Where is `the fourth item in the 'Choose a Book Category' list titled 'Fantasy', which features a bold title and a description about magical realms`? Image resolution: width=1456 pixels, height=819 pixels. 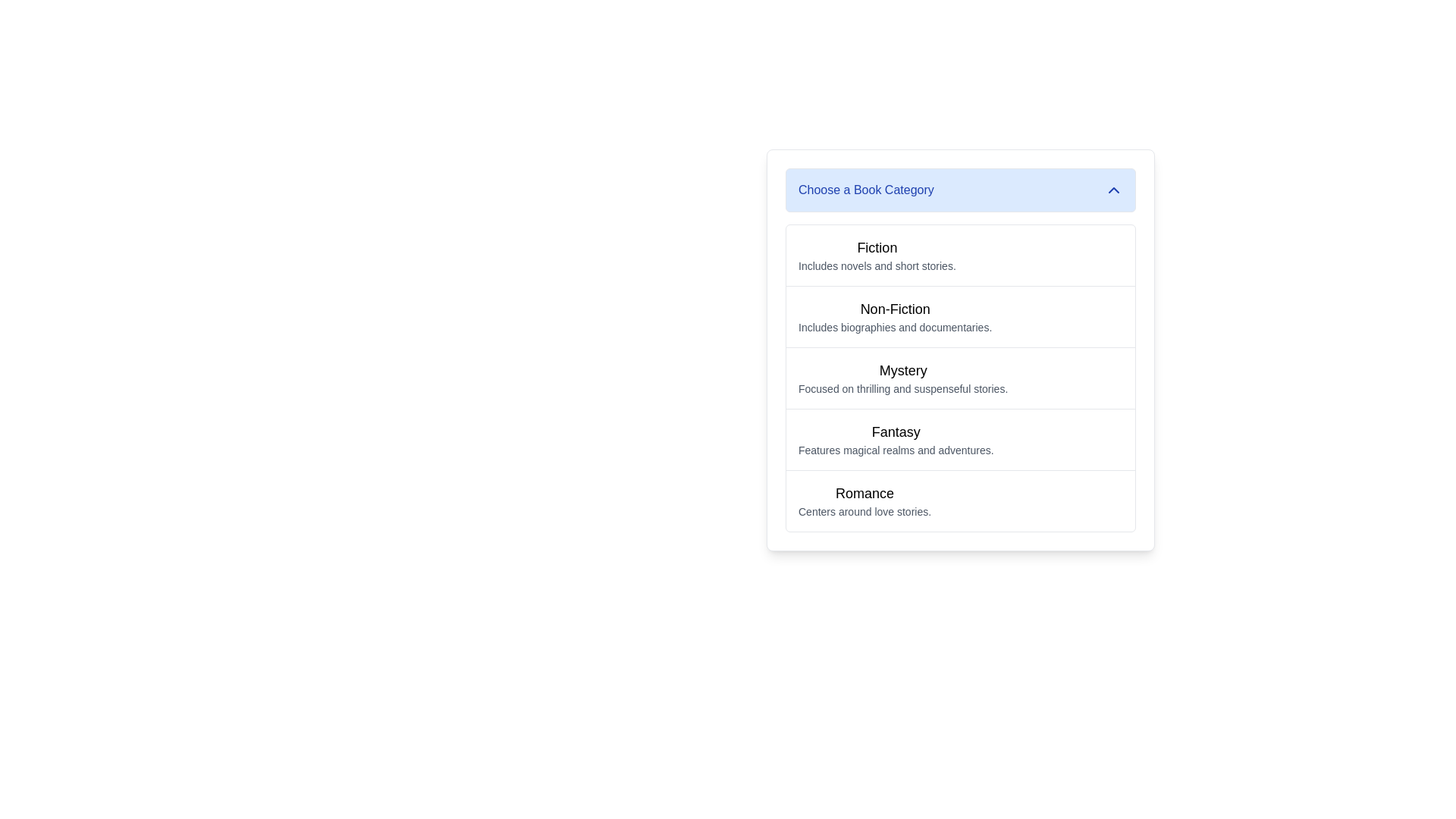 the fourth item in the 'Choose a Book Category' list titled 'Fantasy', which features a bold title and a description about magical realms is located at coordinates (960, 439).